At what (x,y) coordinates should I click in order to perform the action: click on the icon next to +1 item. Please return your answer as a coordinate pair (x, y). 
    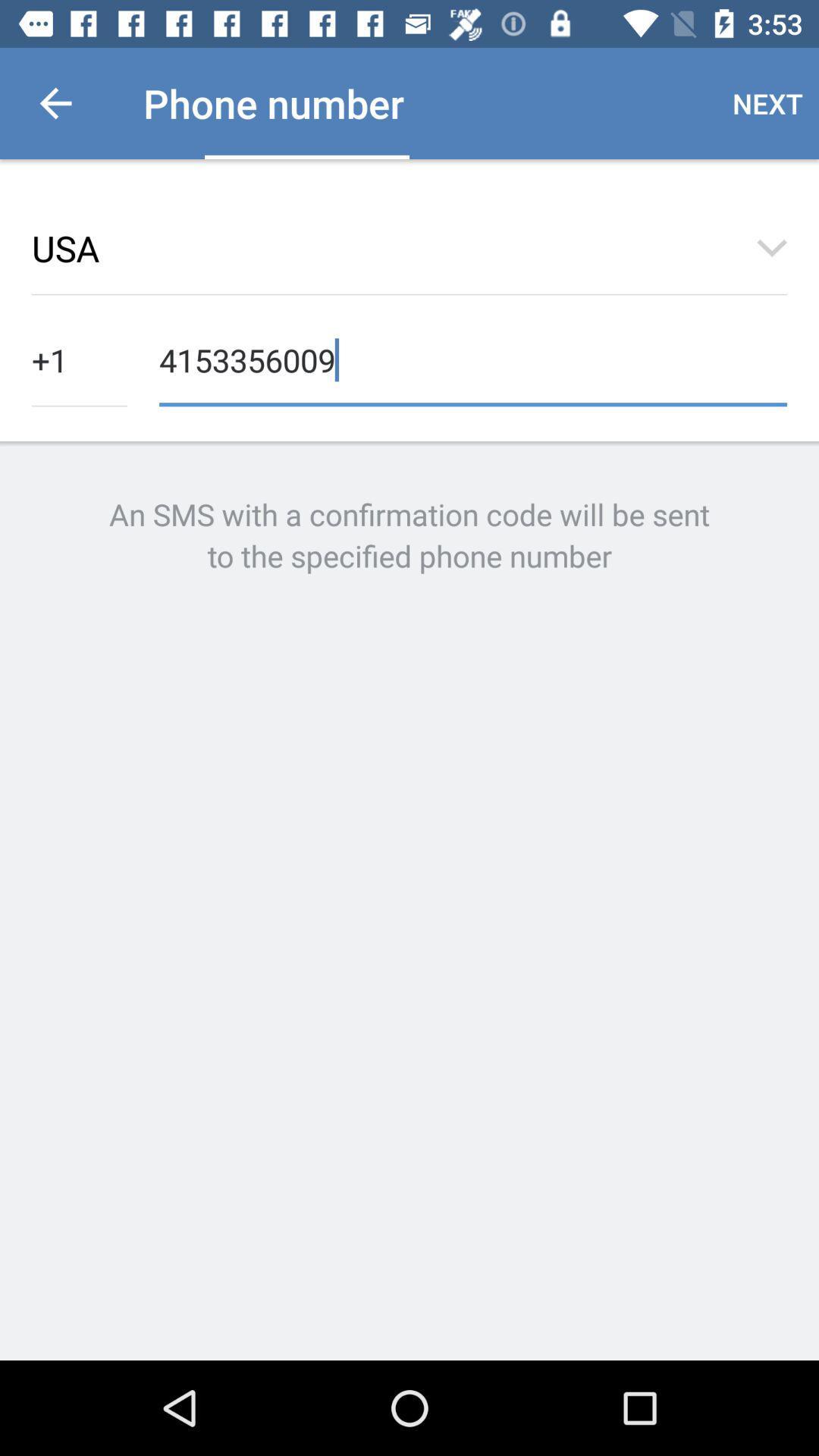
    Looking at the image, I should click on (472, 358).